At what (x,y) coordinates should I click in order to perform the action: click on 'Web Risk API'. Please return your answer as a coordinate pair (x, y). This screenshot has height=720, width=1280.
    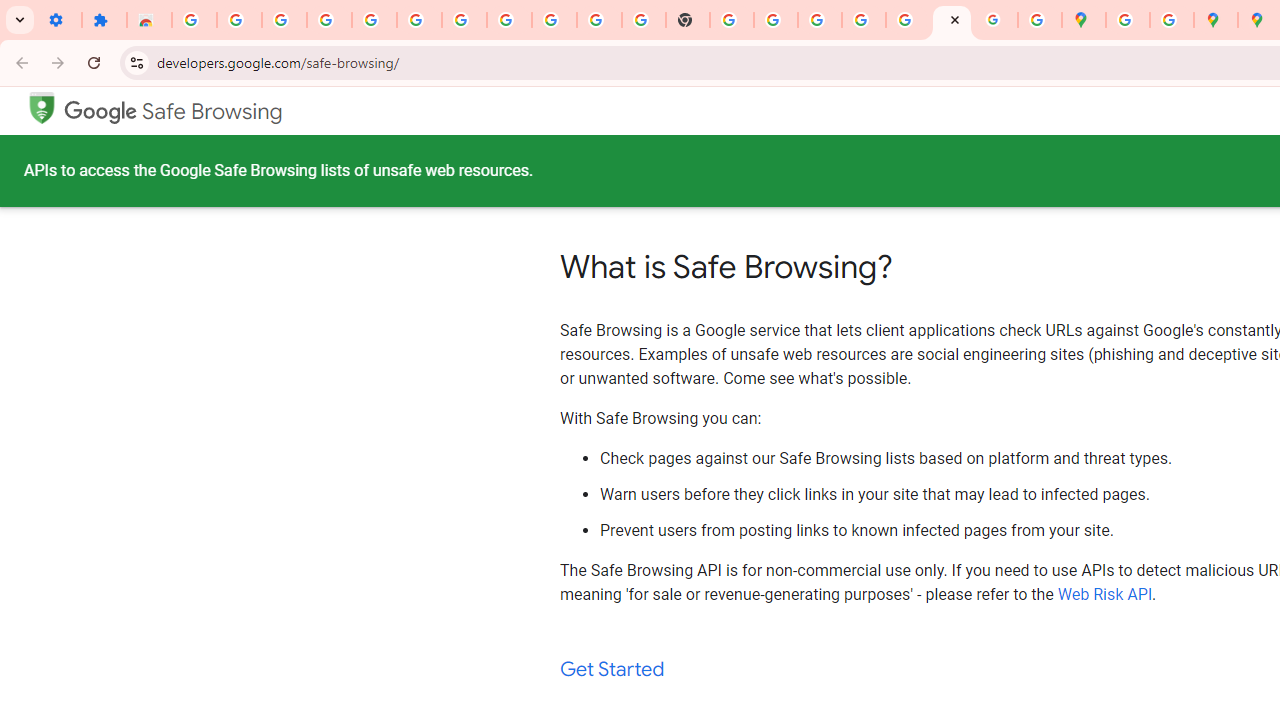
    Looking at the image, I should click on (1104, 593).